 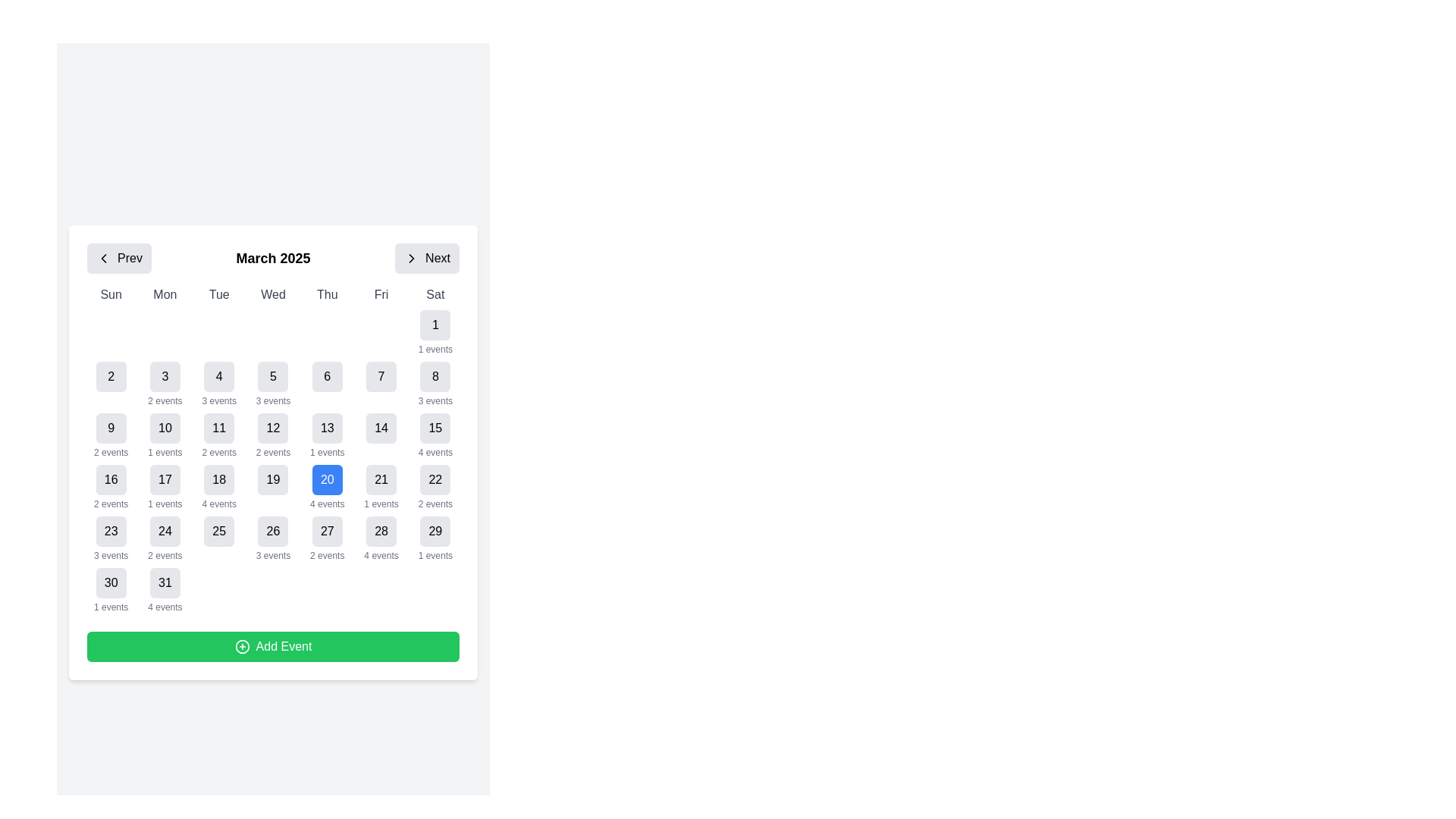 What do you see at coordinates (165, 400) in the screenshot?
I see `the text label that reads '2 events', which is located beneath the large button marked '3' in the calendar interface for March 2025` at bounding box center [165, 400].